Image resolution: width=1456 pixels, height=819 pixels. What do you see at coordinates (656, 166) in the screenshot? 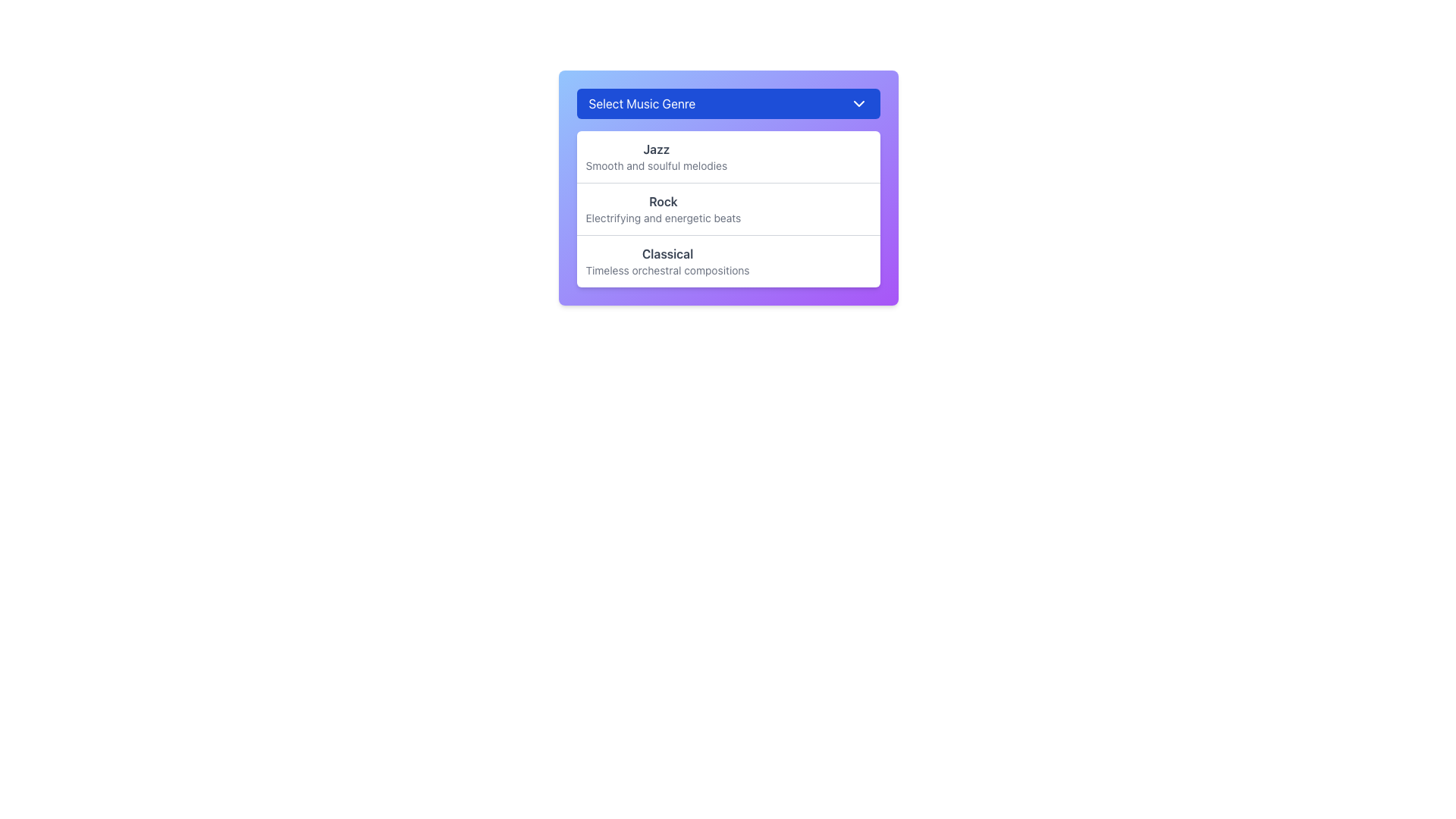
I see `the descriptive text label for the 'Jazz' music genre located in the dropdown menu under the 'Jazz' title` at bounding box center [656, 166].